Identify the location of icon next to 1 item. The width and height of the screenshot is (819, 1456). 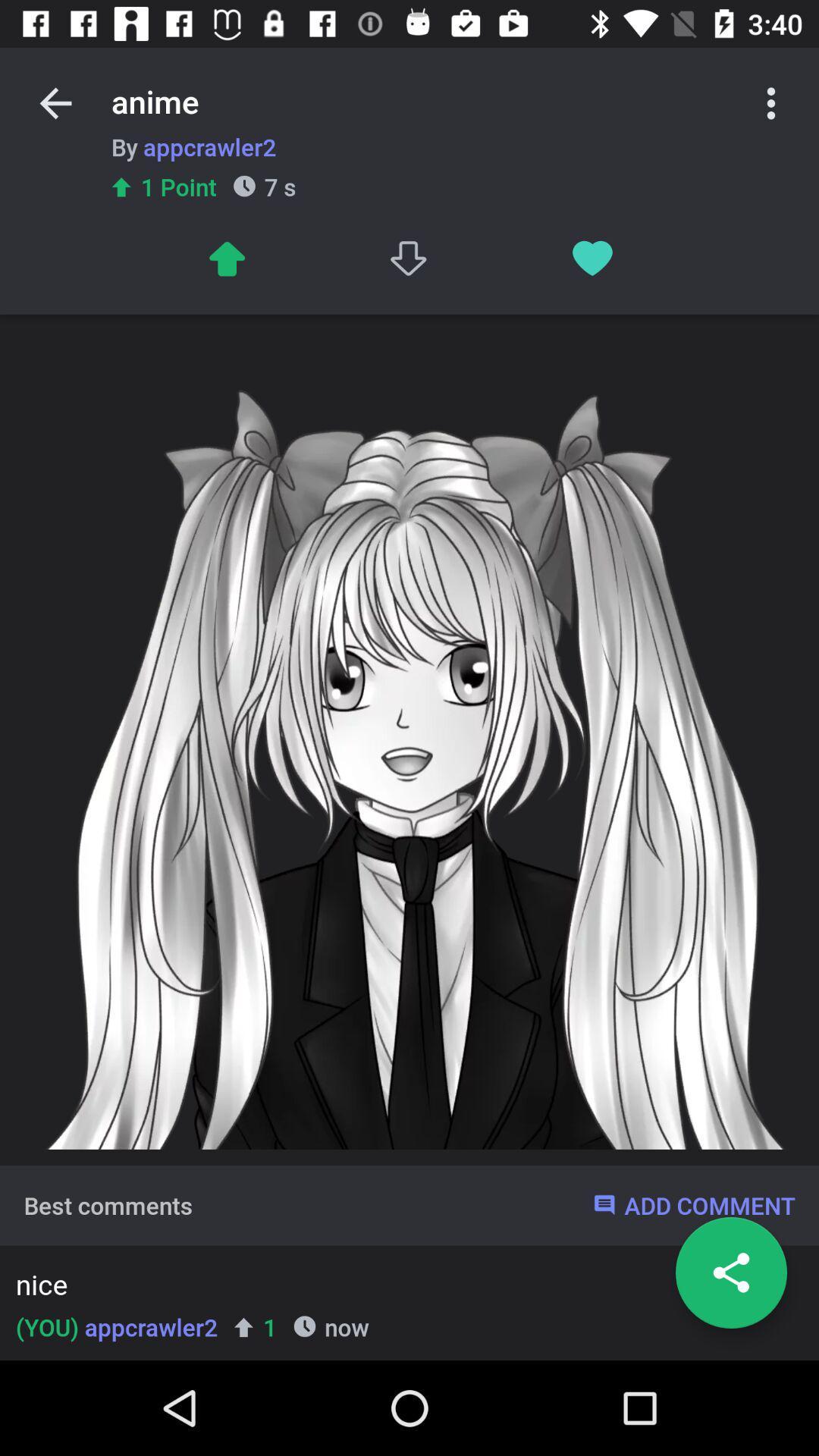
(116, 1326).